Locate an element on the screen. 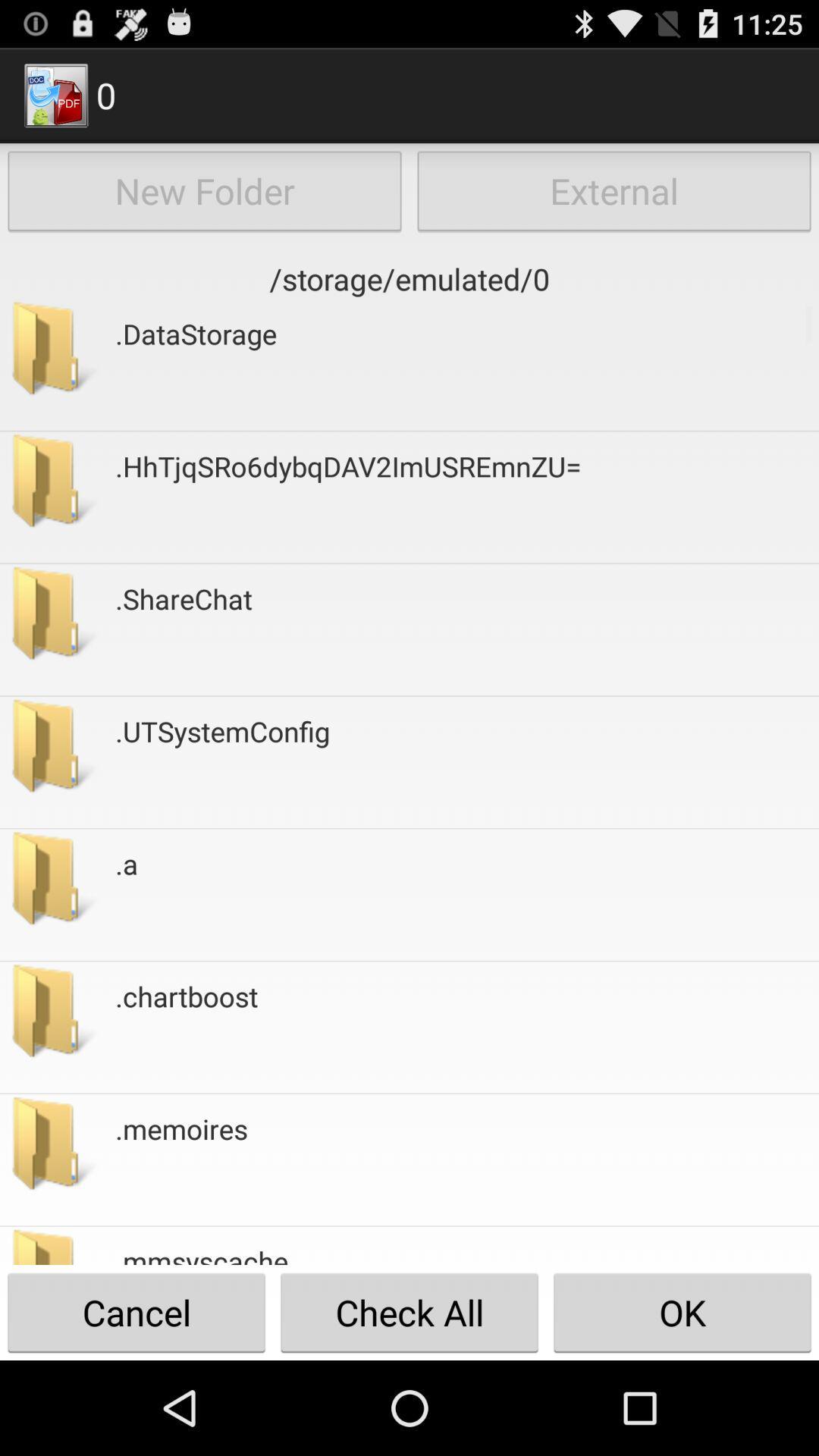  the button to the right of new folder icon is located at coordinates (614, 190).